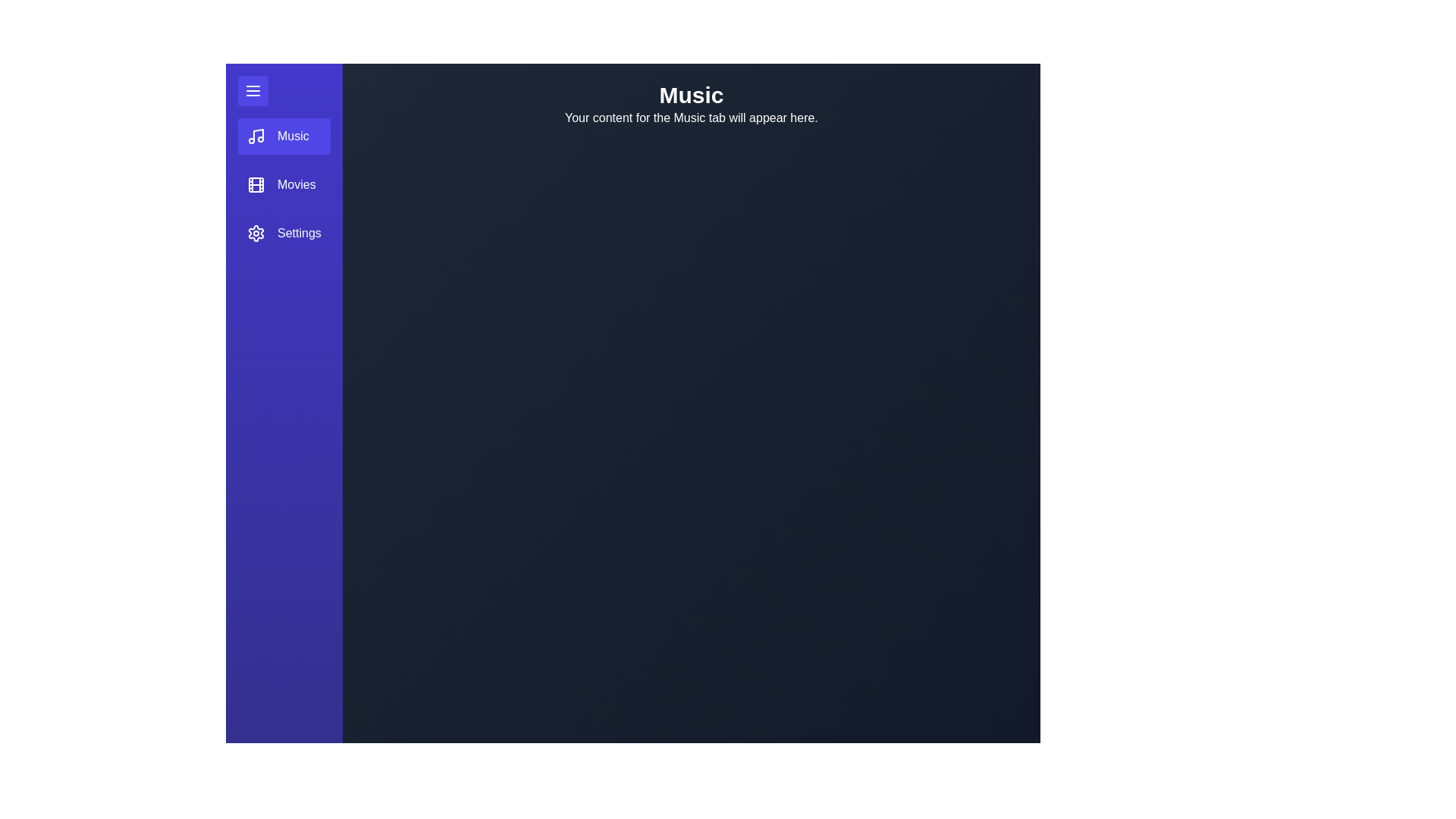  Describe the element at coordinates (284, 184) in the screenshot. I see `the menu item Movies to observe its hover effect` at that location.